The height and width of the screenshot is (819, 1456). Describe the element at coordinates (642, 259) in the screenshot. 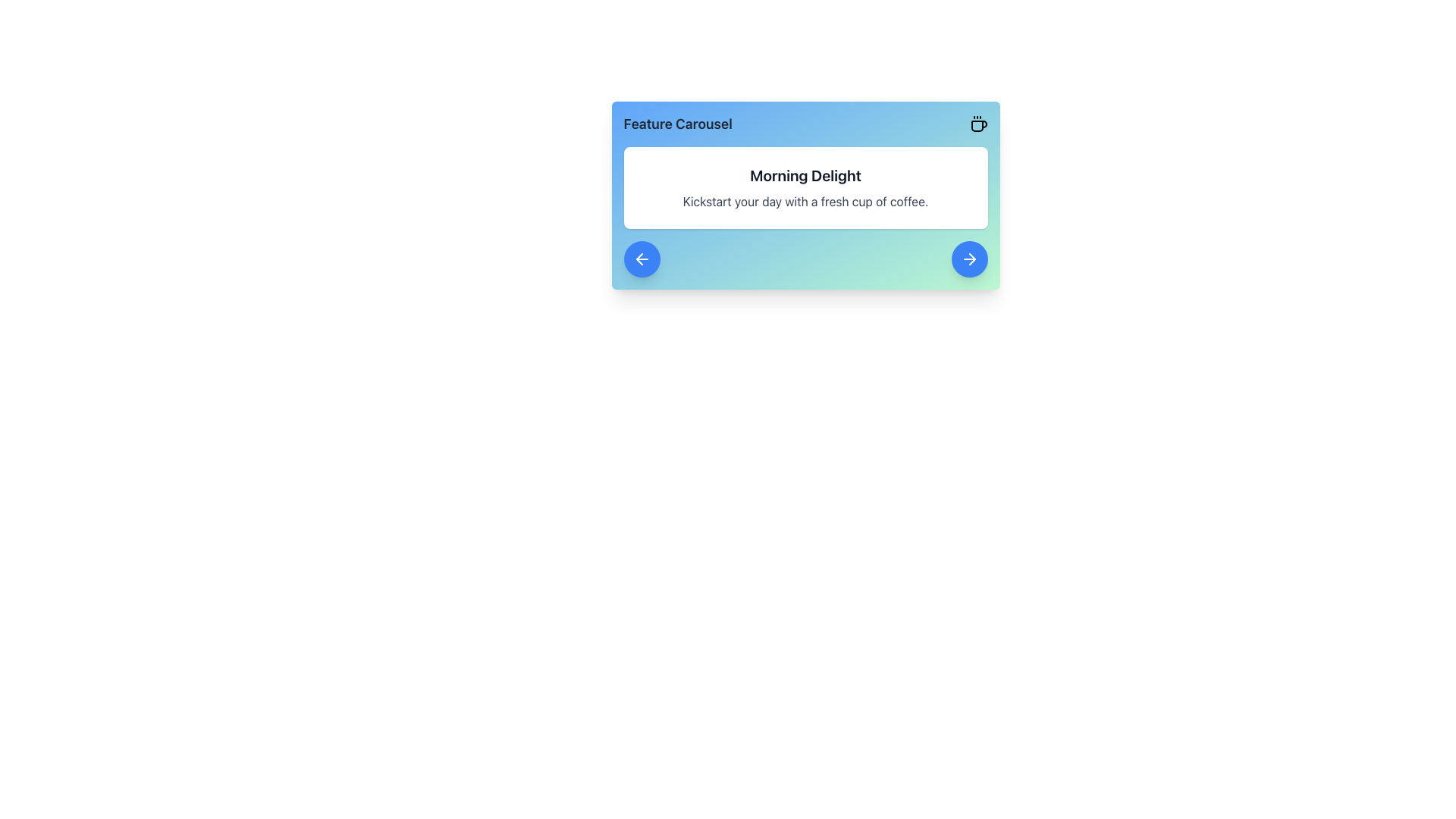

I see `the circular blue button with a white left-facing arrow icon` at that location.